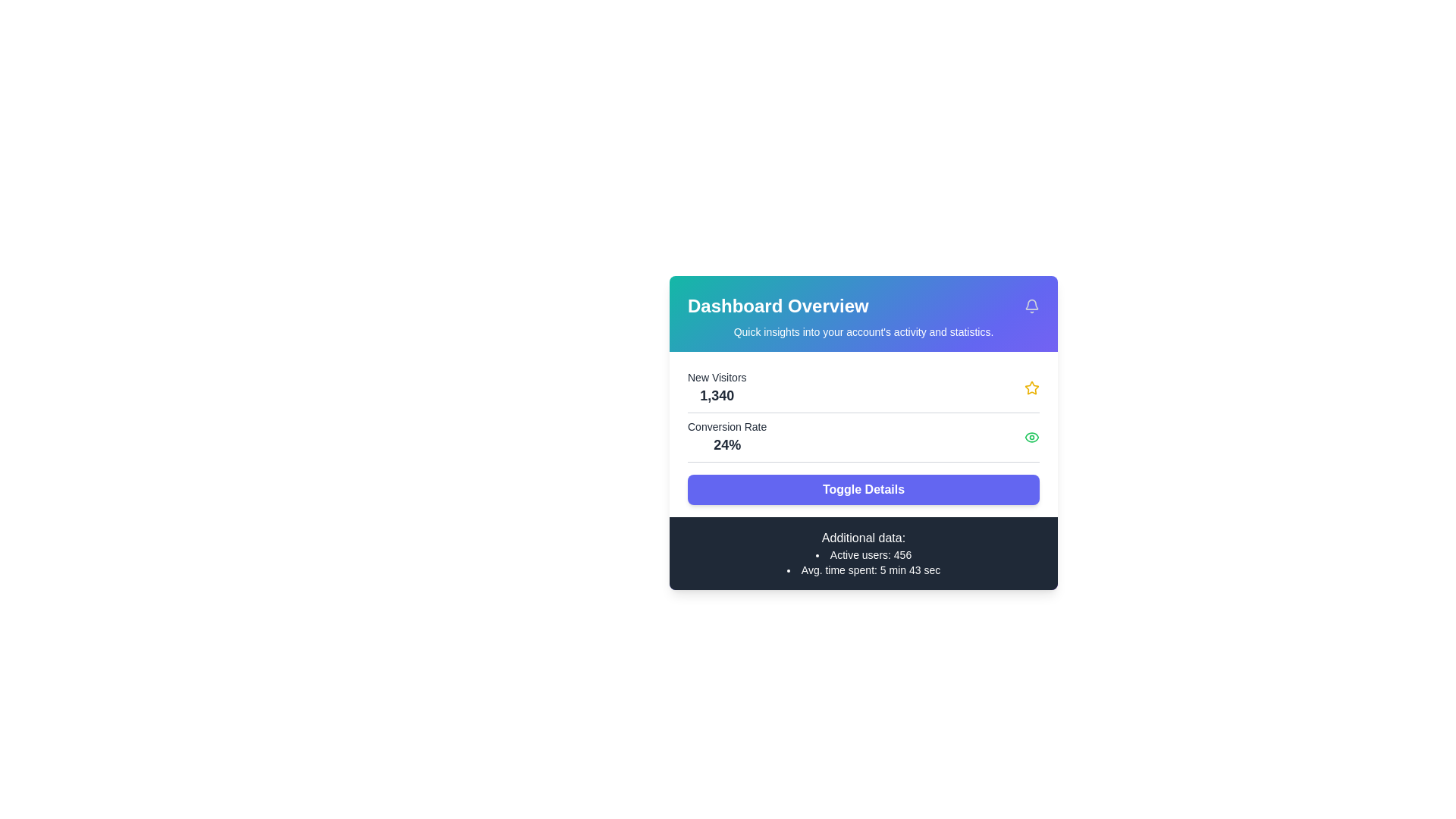 The width and height of the screenshot is (1456, 819). I want to click on the visual indicator icon representing the importance or status of the 'New Visitors' metric, located to the right of the text '1,340', so click(1031, 388).